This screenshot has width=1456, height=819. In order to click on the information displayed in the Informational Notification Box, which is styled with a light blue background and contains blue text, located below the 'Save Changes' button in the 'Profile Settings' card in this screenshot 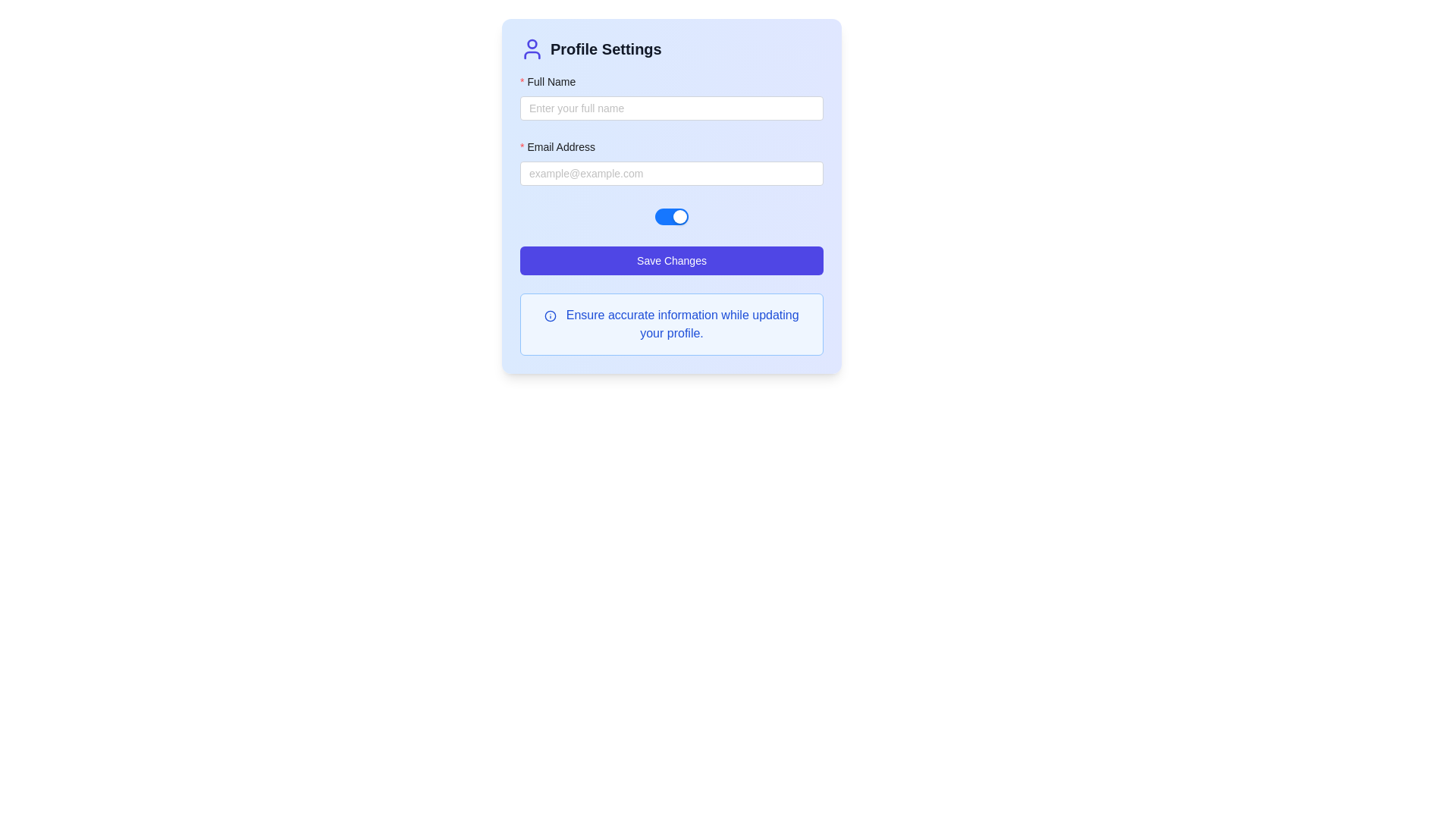, I will do `click(671, 324)`.